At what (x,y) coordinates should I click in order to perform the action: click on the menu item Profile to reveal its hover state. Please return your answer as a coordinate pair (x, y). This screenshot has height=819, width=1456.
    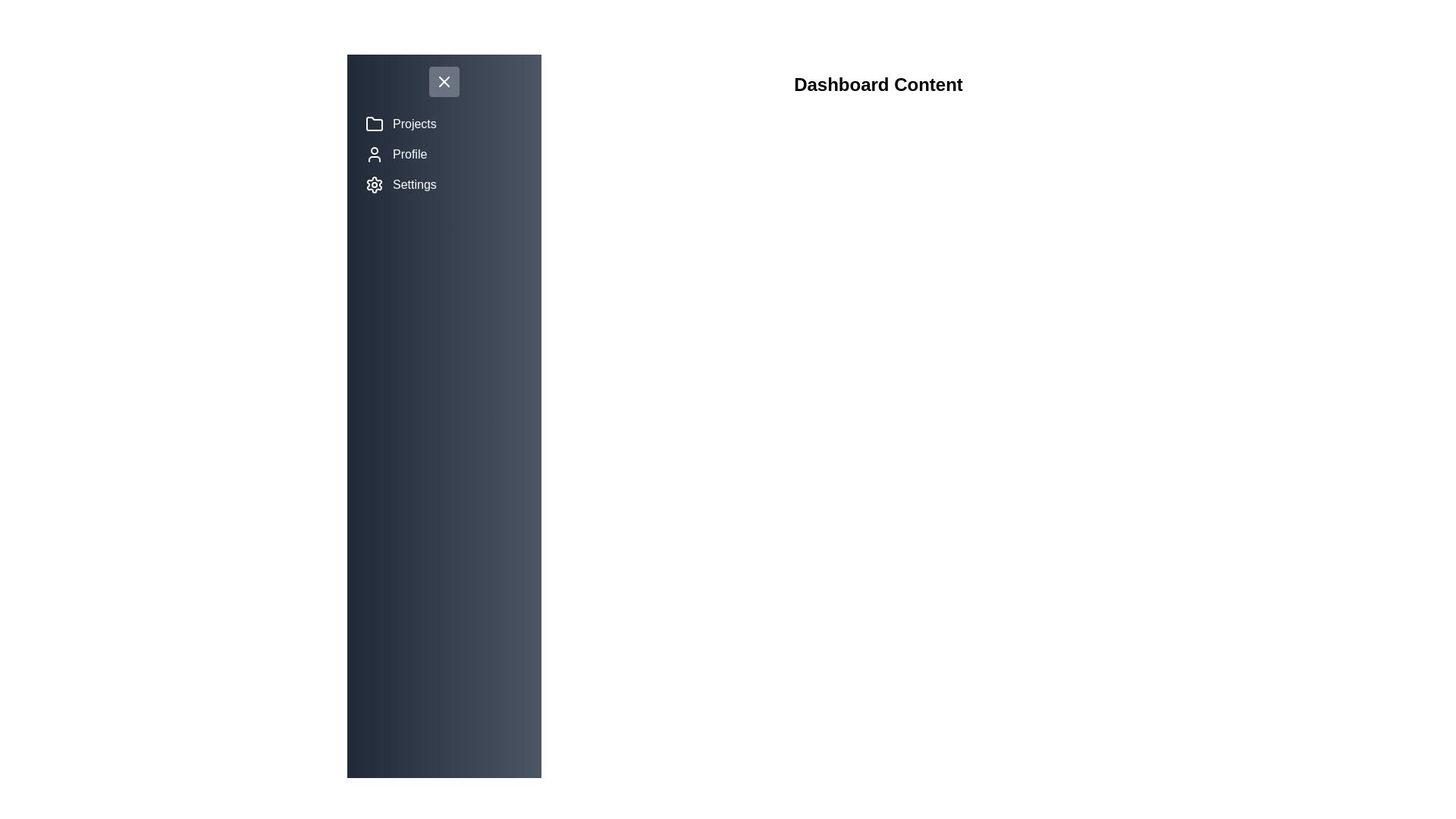
    Looking at the image, I should click on (443, 155).